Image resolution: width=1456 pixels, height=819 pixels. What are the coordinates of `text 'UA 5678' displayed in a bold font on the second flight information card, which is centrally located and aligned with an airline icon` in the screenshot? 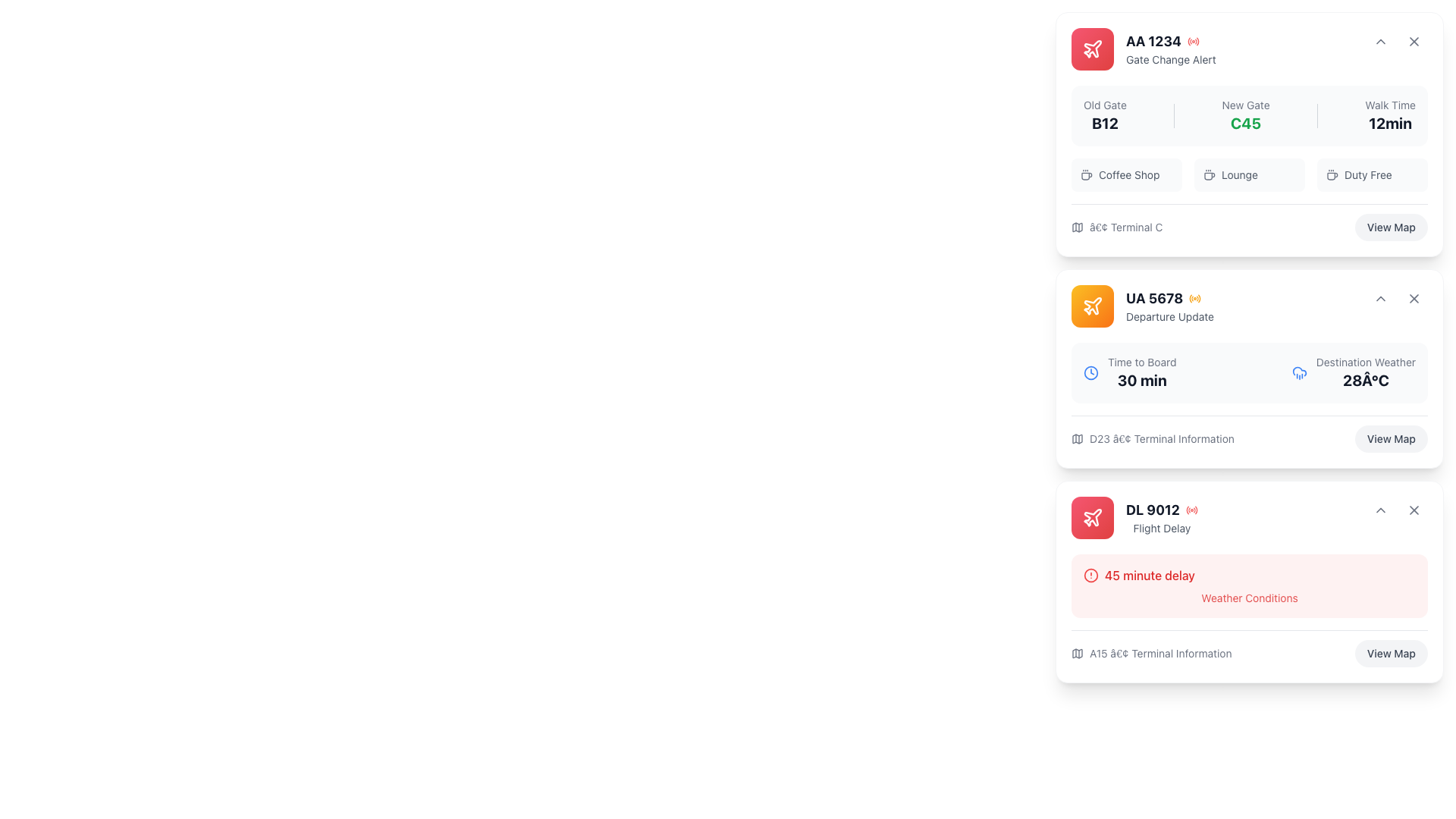 It's located at (1153, 298).